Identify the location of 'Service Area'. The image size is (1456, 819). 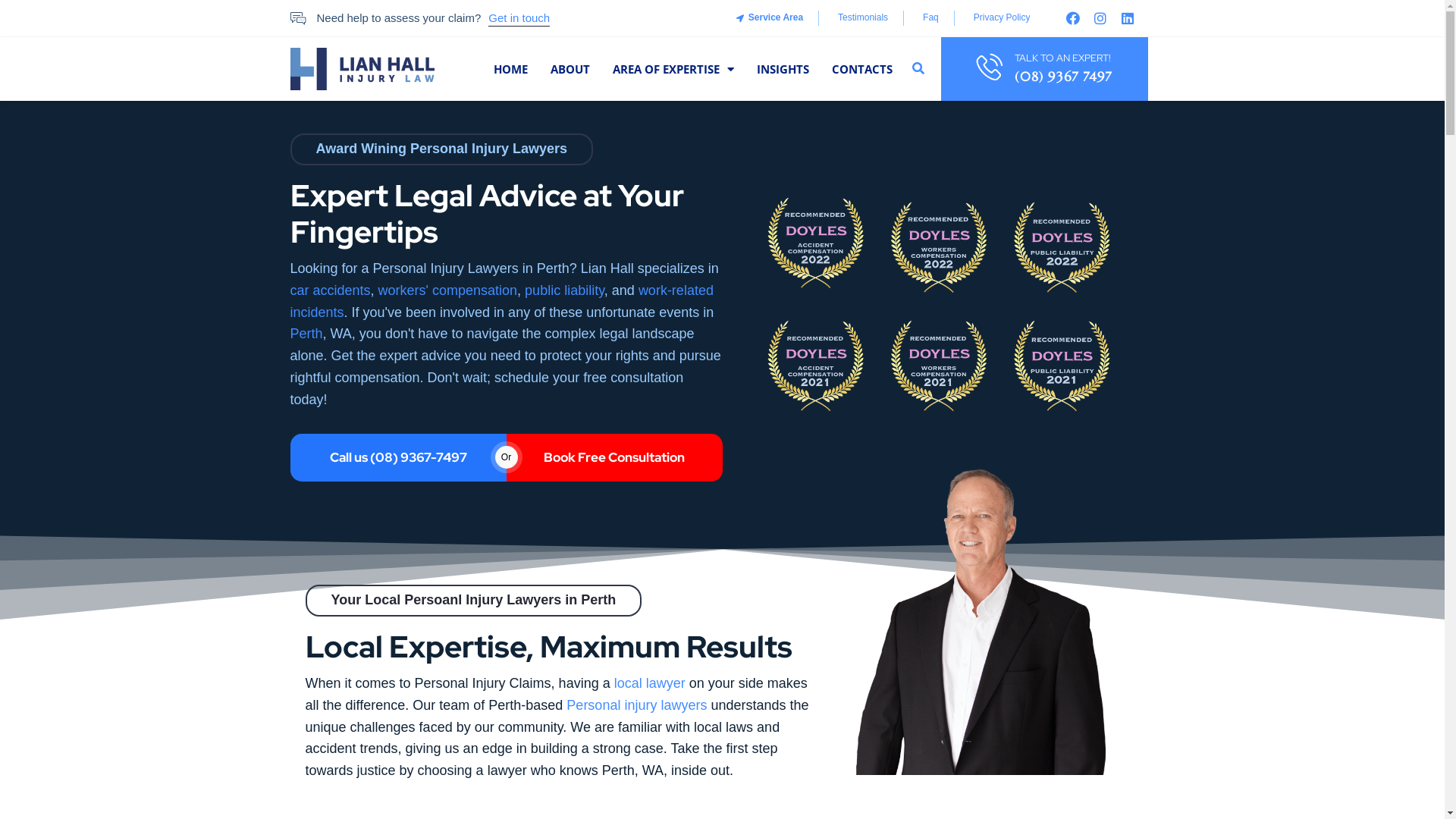
(735, 17).